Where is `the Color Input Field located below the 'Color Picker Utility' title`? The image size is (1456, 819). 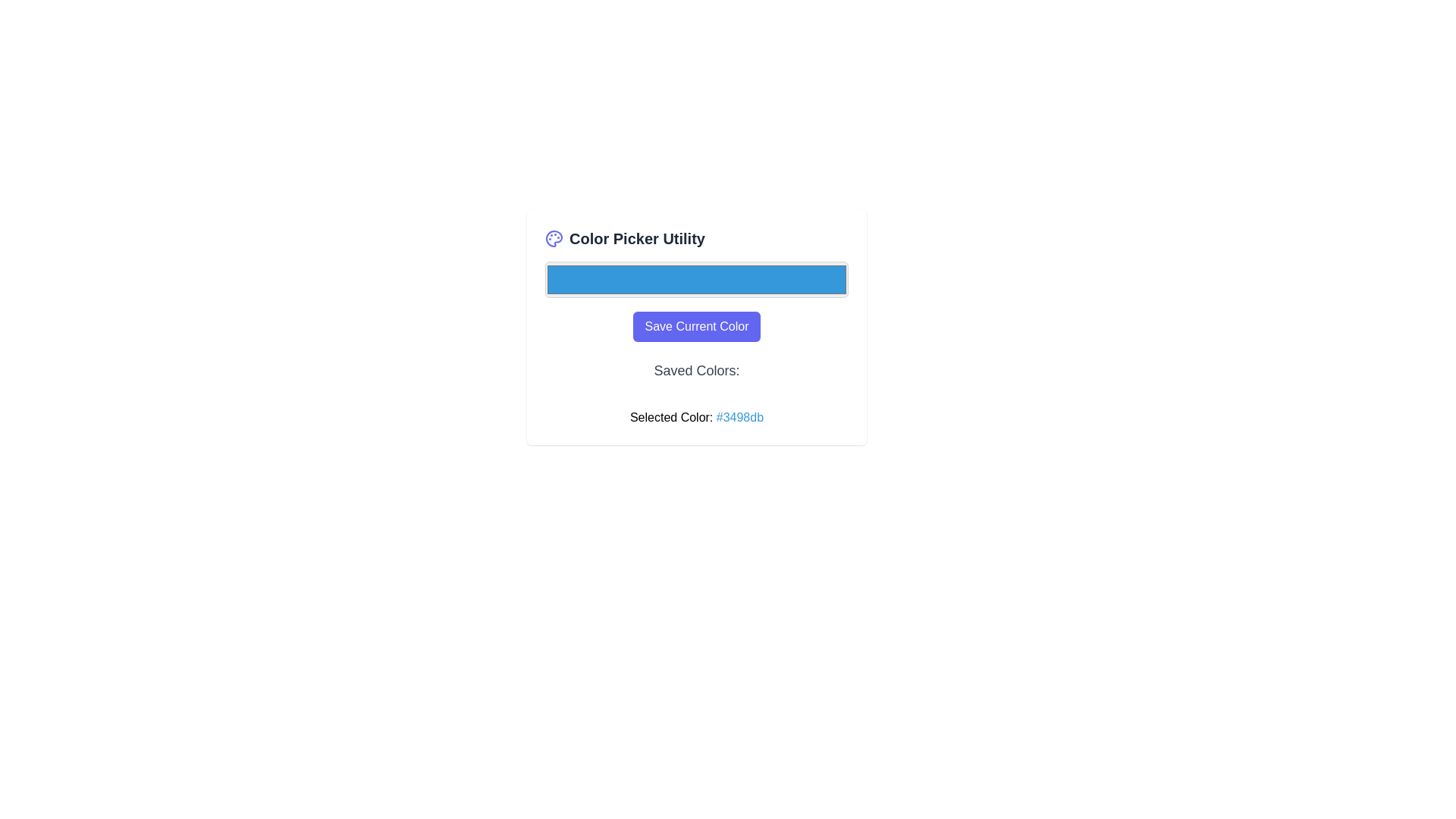 the Color Input Field located below the 'Color Picker Utility' title is located at coordinates (695, 280).